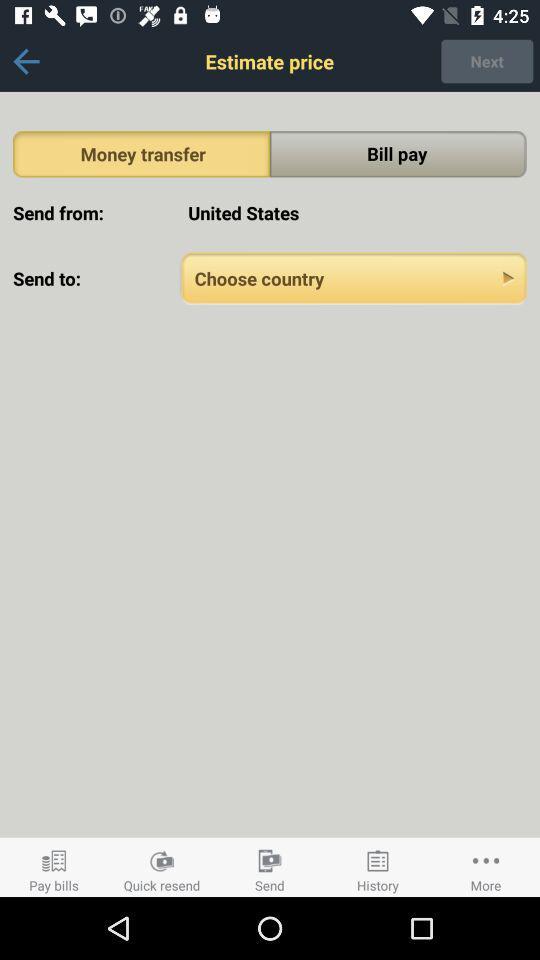  I want to click on the bill pay icon, so click(398, 153).